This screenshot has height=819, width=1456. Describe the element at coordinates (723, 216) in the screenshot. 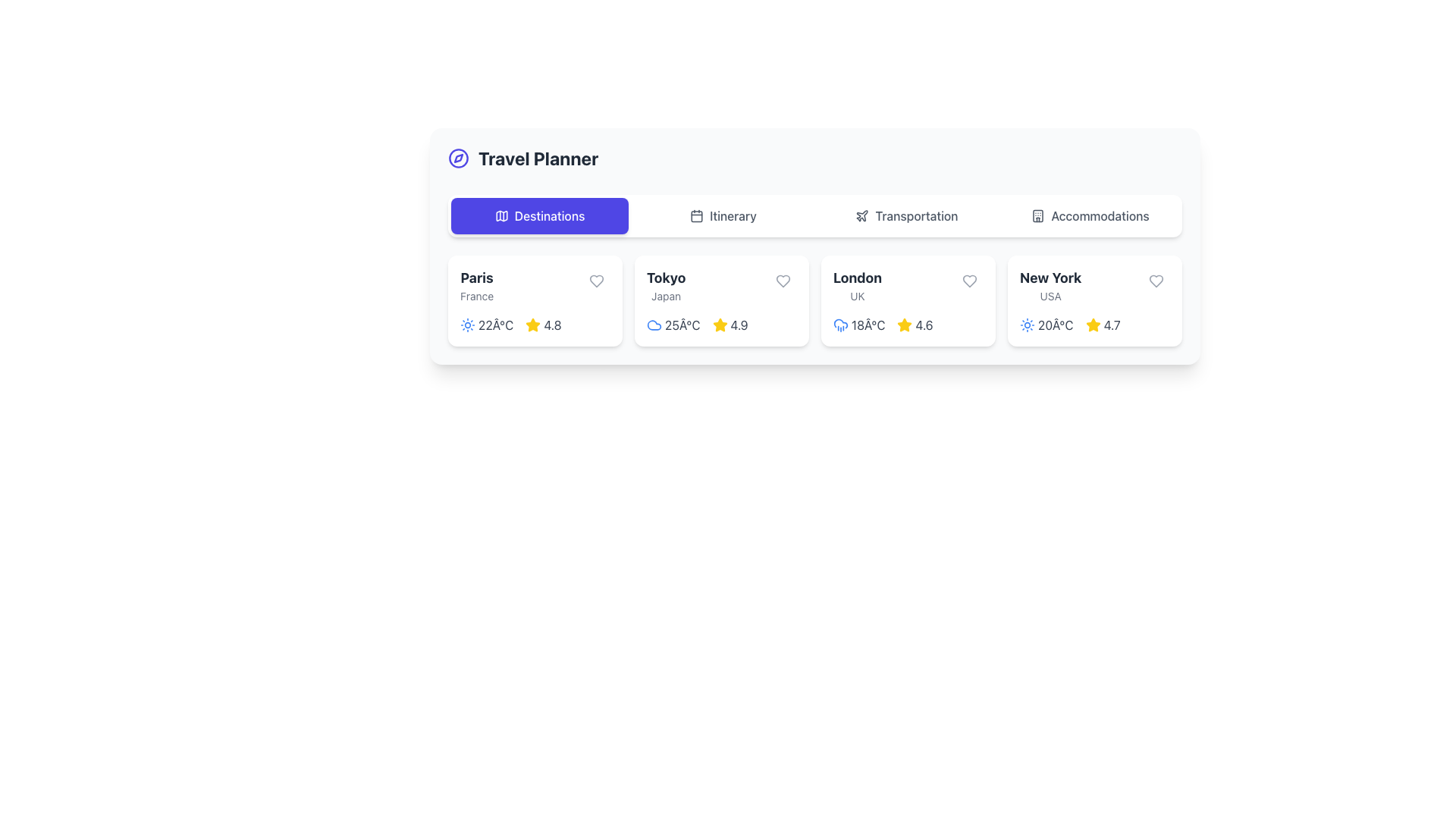

I see `the 'Itinerary' button, which is the second button in the row of four buttons under the 'Travel Planner' title` at that location.